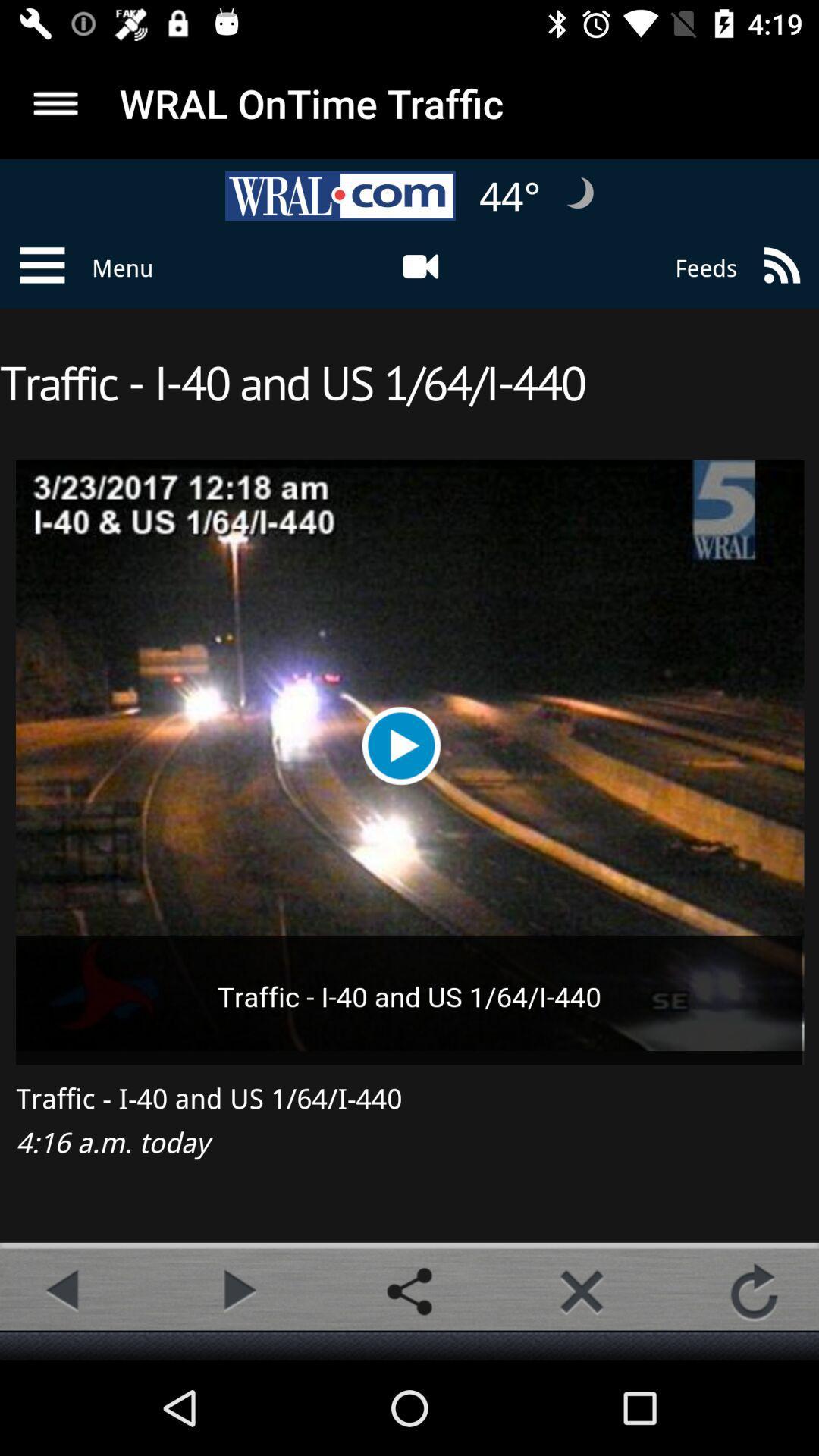  Describe the element at coordinates (754, 1291) in the screenshot. I see `replay option` at that location.